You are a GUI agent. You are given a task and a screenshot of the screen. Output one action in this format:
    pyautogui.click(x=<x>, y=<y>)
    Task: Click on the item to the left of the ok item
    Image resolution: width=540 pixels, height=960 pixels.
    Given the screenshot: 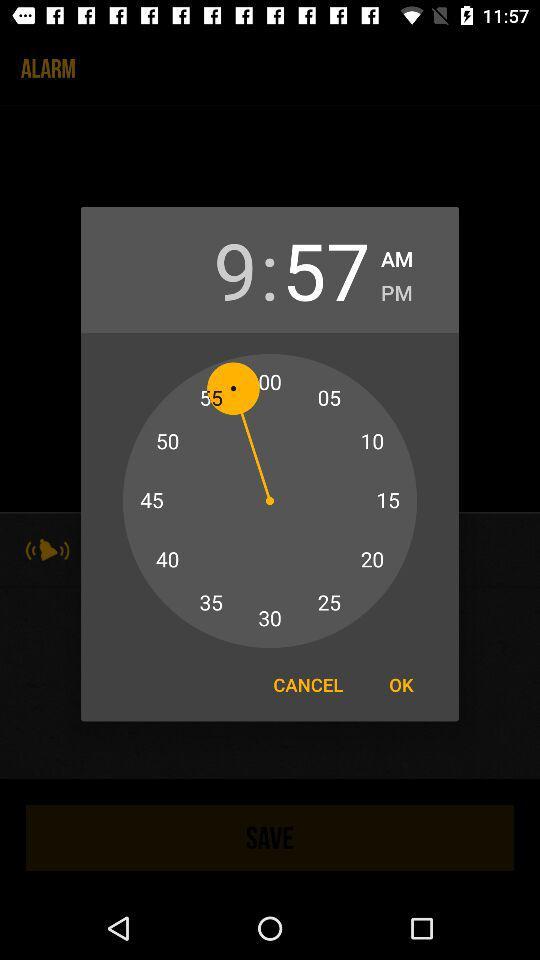 What is the action you would take?
    pyautogui.click(x=308, y=684)
    